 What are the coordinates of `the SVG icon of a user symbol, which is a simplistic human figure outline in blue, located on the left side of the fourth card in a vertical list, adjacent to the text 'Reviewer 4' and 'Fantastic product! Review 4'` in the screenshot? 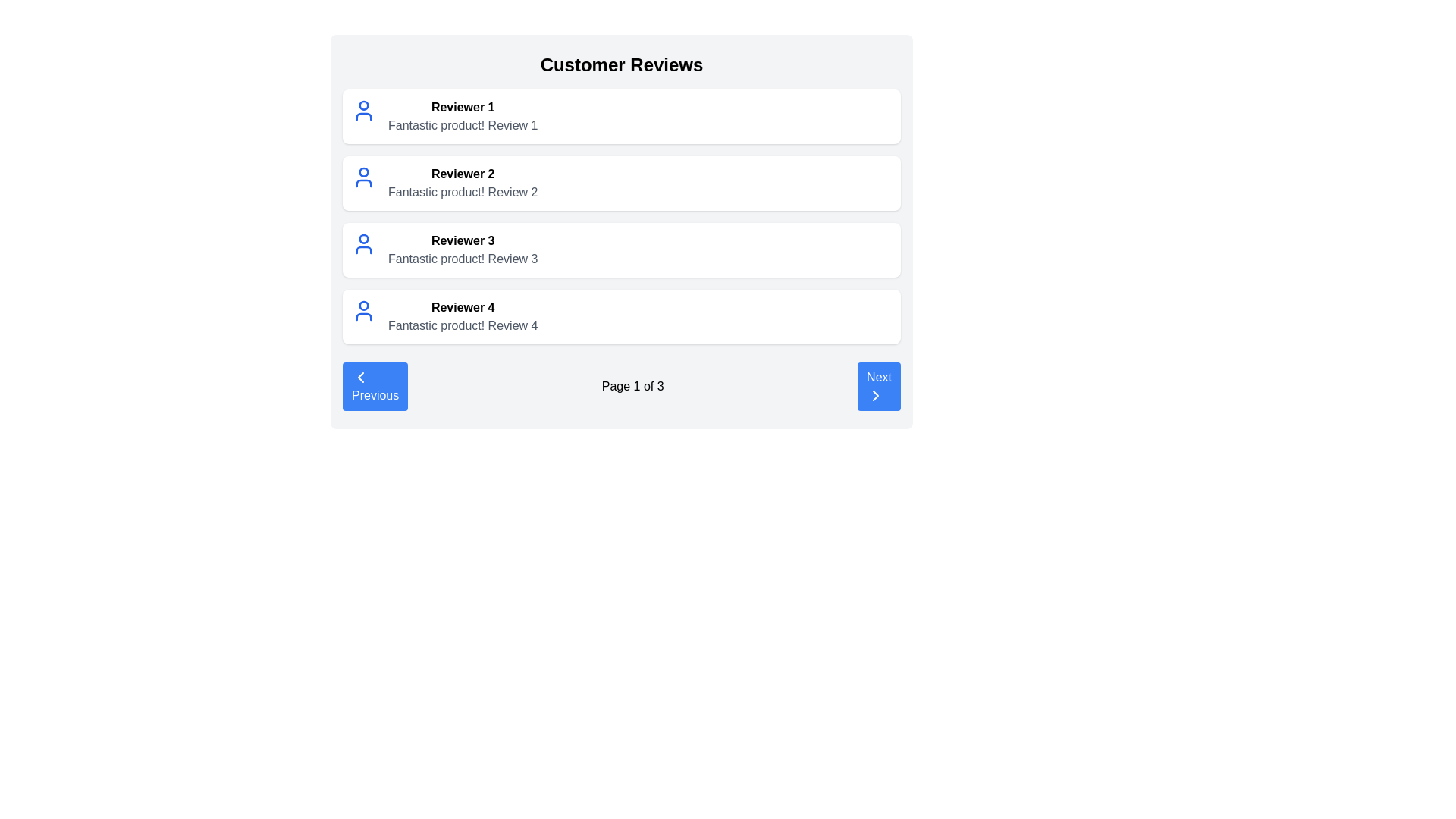 It's located at (364, 309).